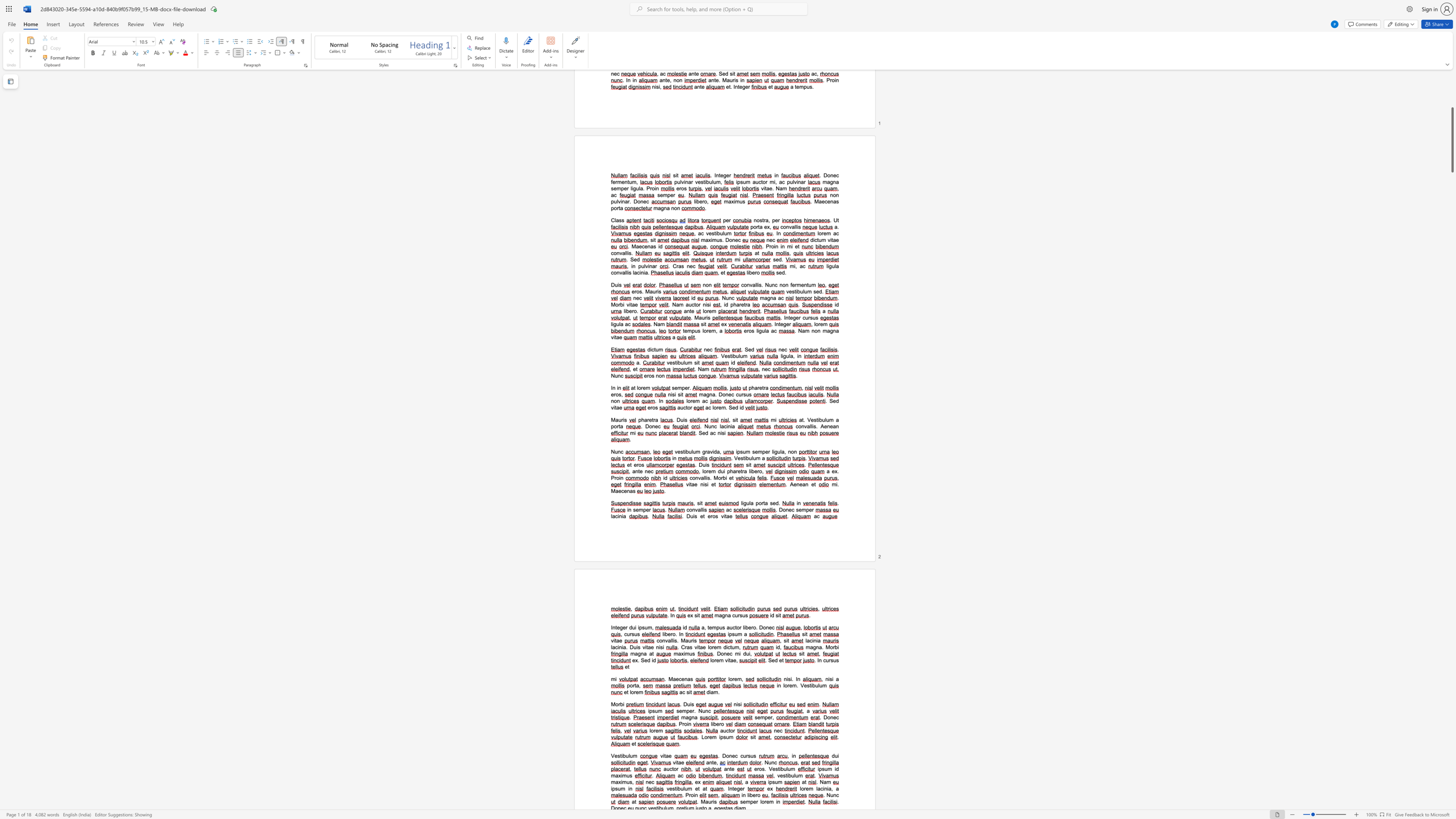  Describe the element at coordinates (763, 801) in the screenshot. I see `the space between the continuous character "o" and "r" in the text` at that location.